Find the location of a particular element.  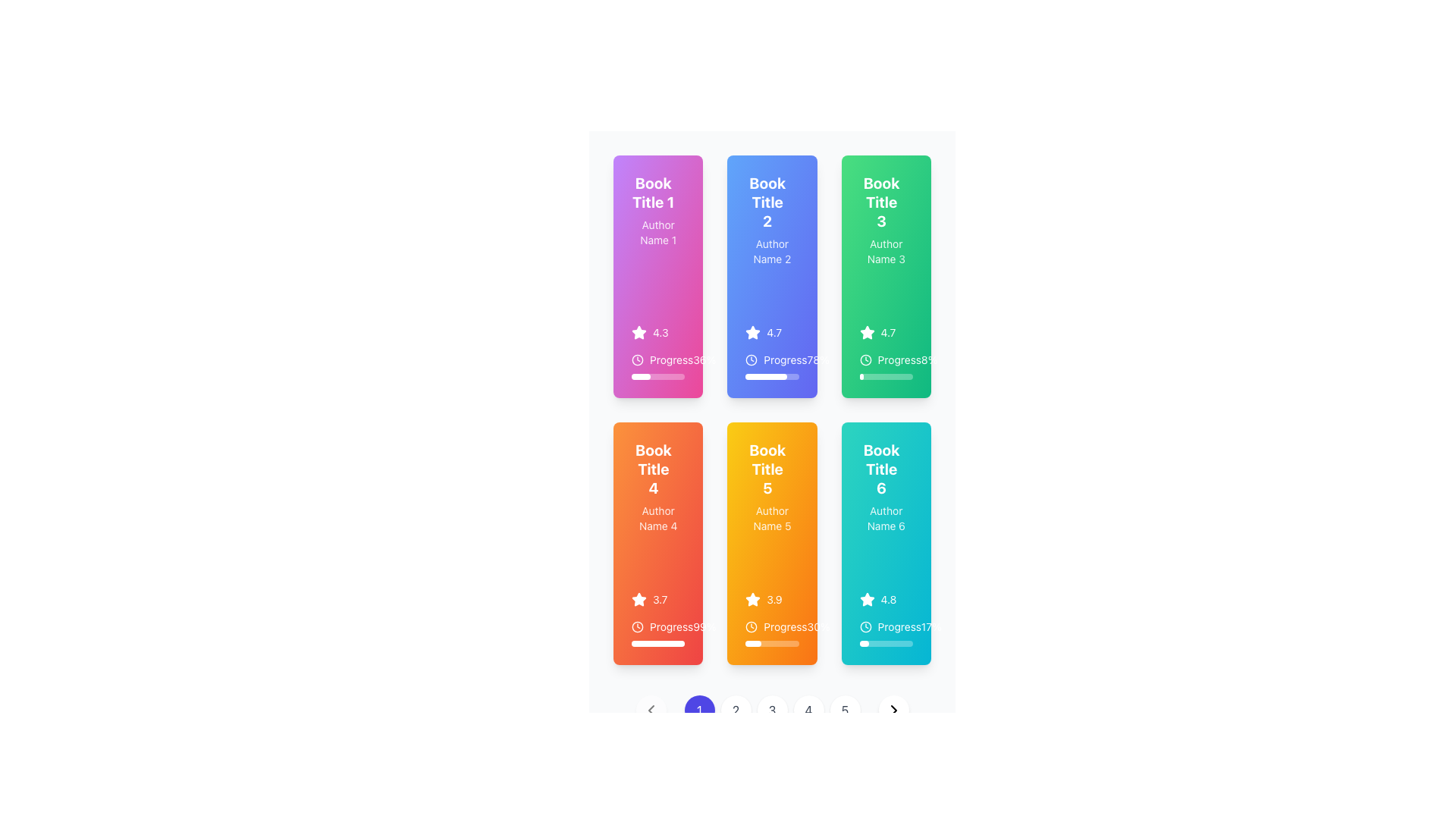

the Progress bar located at the bottom of the 'Book Title 6' card, which visually represents the progress of an action with a percentage of completion shown as 'Progress17%' is located at coordinates (886, 643).